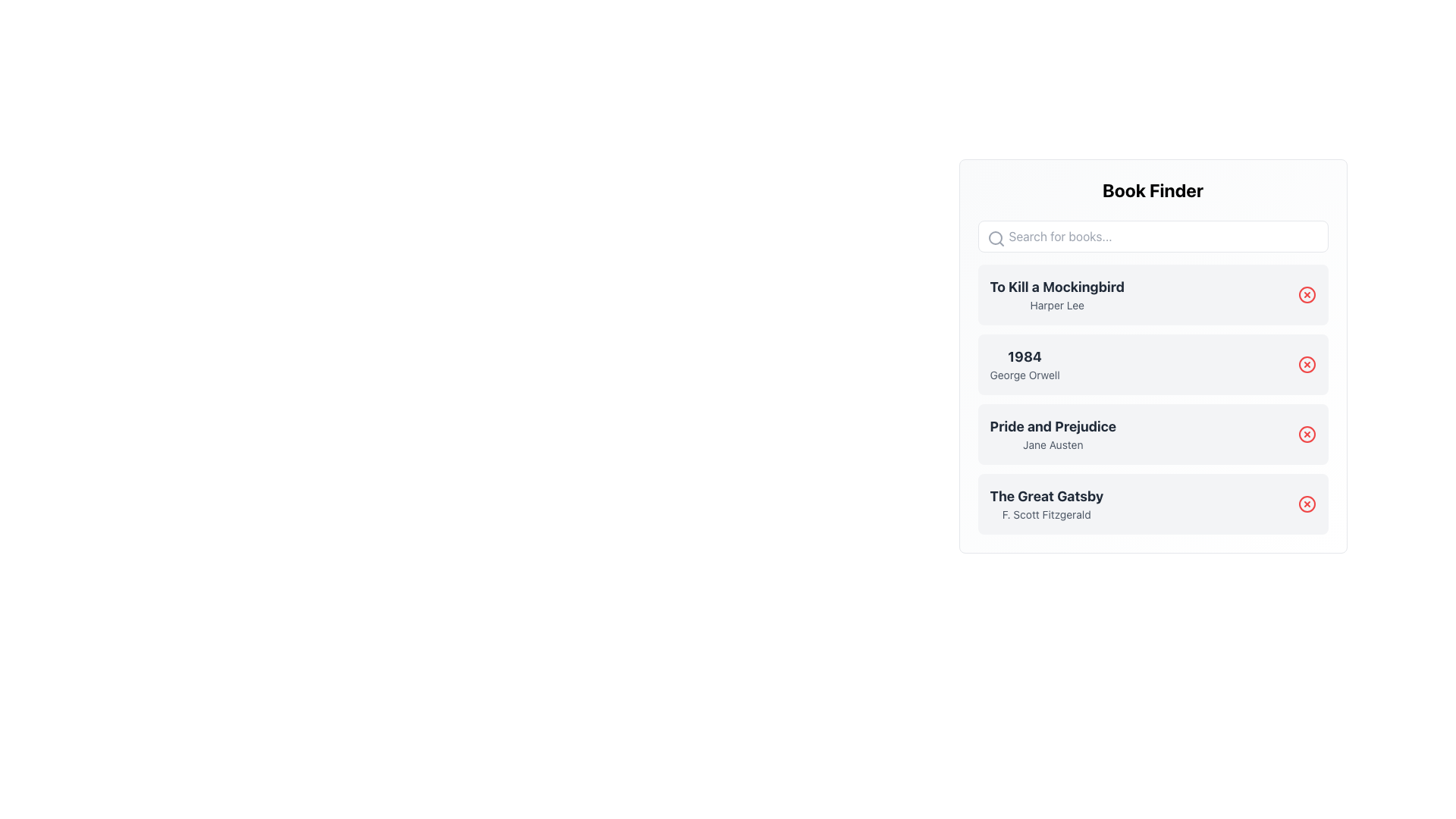 Image resolution: width=1456 pixels, height=819 pixels. Describe the element at coordinates (1025, 365) in the screenshot. I see `text of the second book entry titled '1984' by George Orwell in the 'Book Finder' interface` at that location.